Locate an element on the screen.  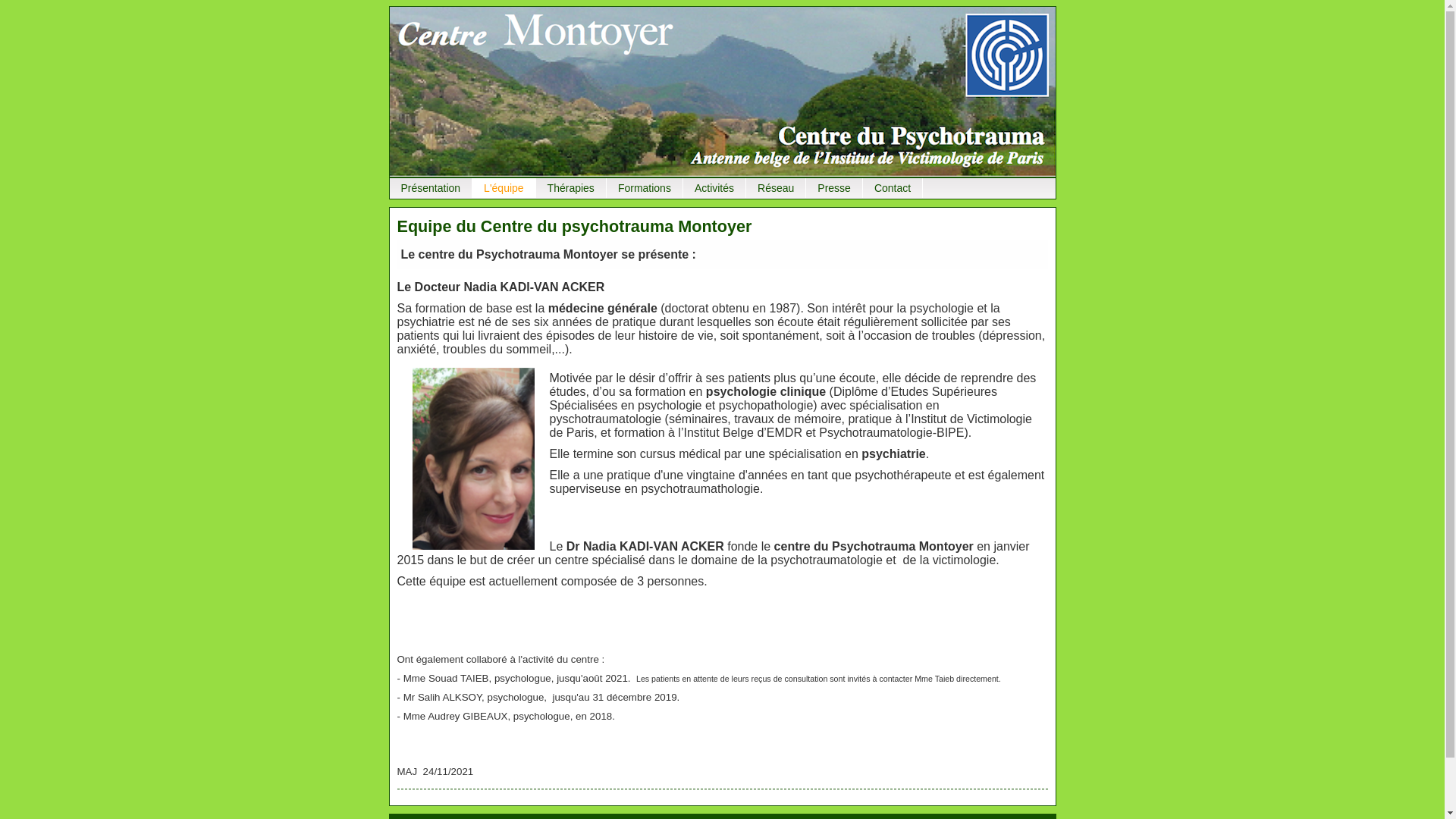
'Formations' is located at coordinates (645, 187).